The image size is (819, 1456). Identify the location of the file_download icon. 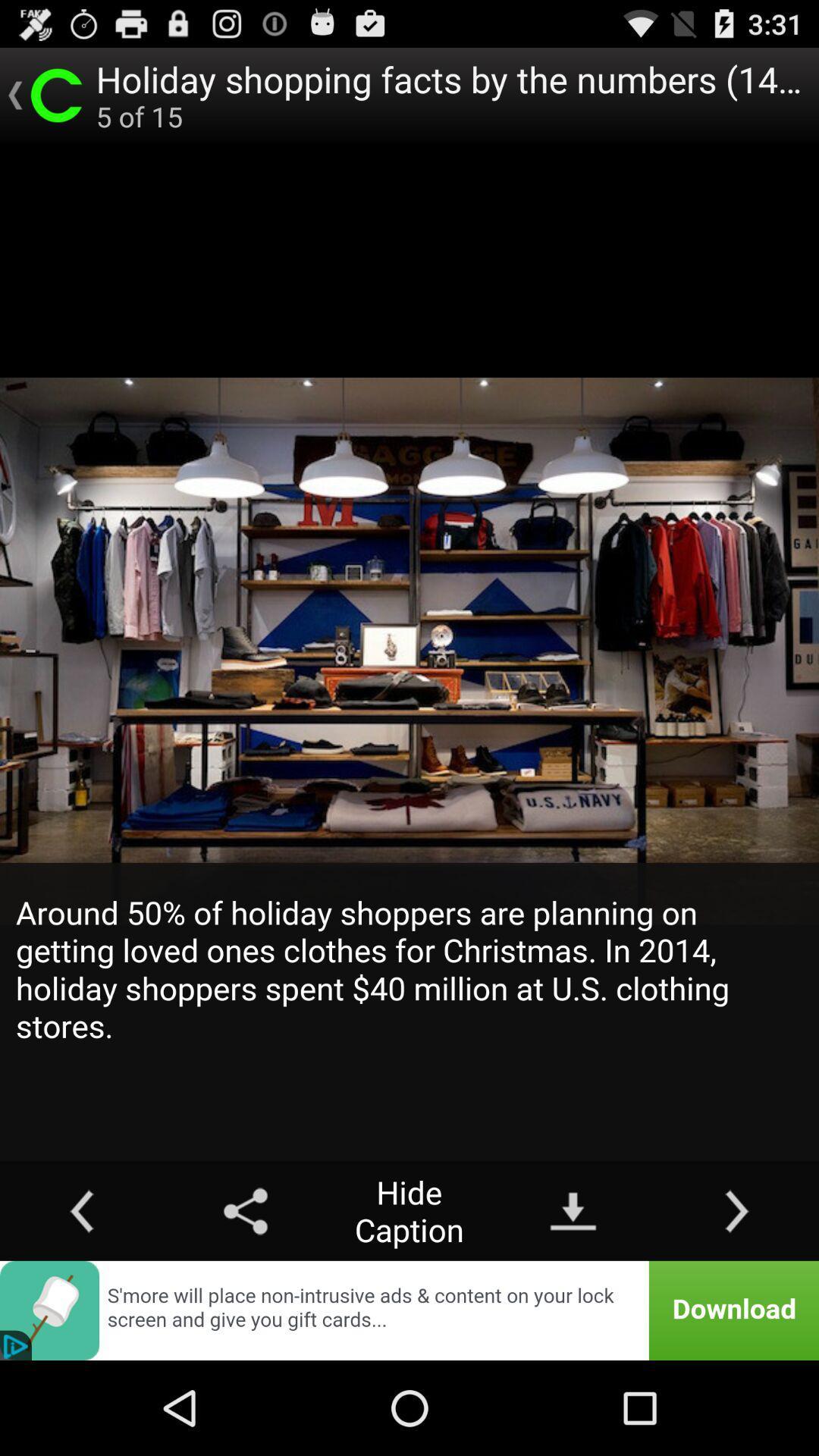
(573, 1295).